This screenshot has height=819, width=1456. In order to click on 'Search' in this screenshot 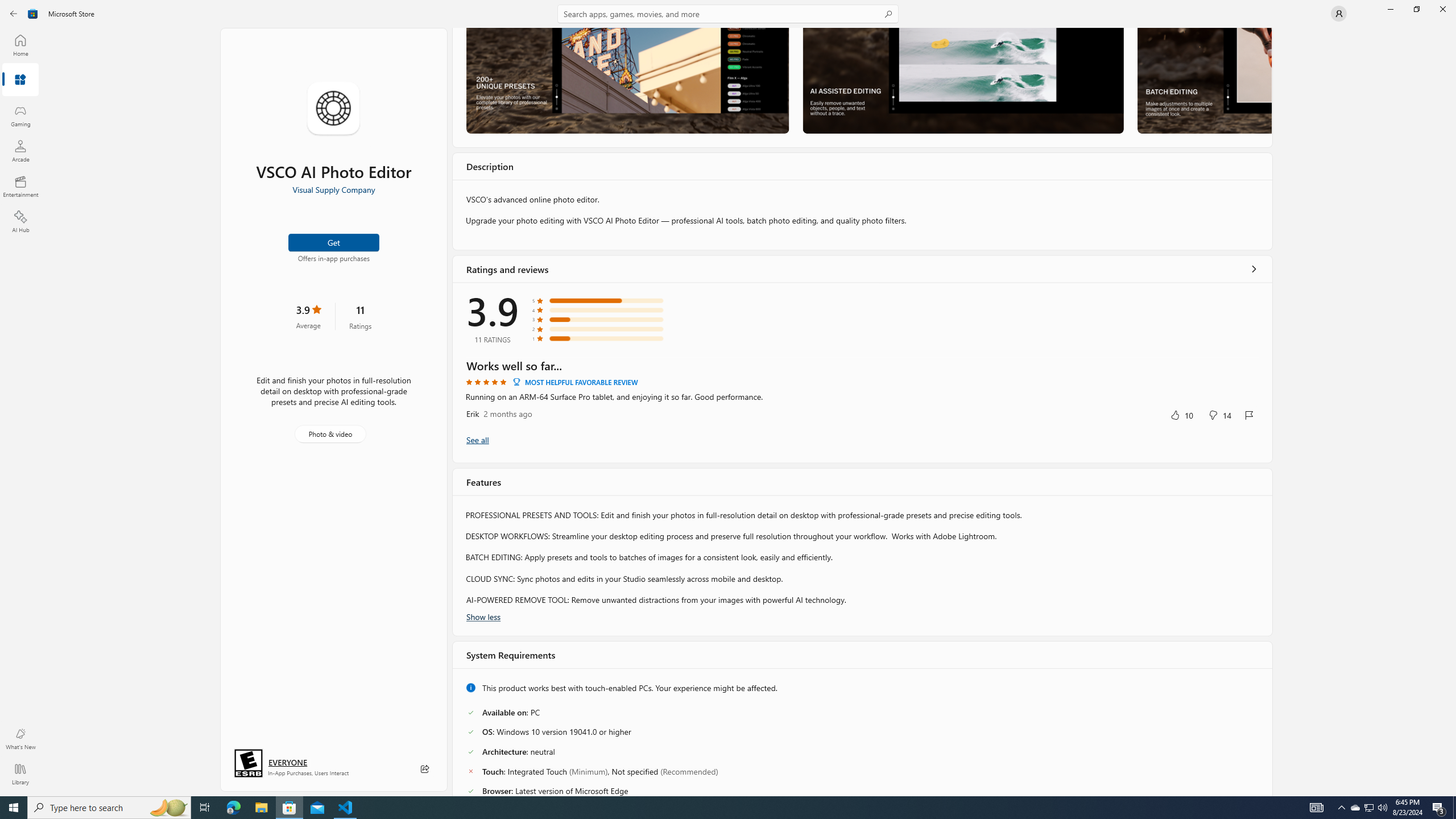, I will do `click(728, 13)`.